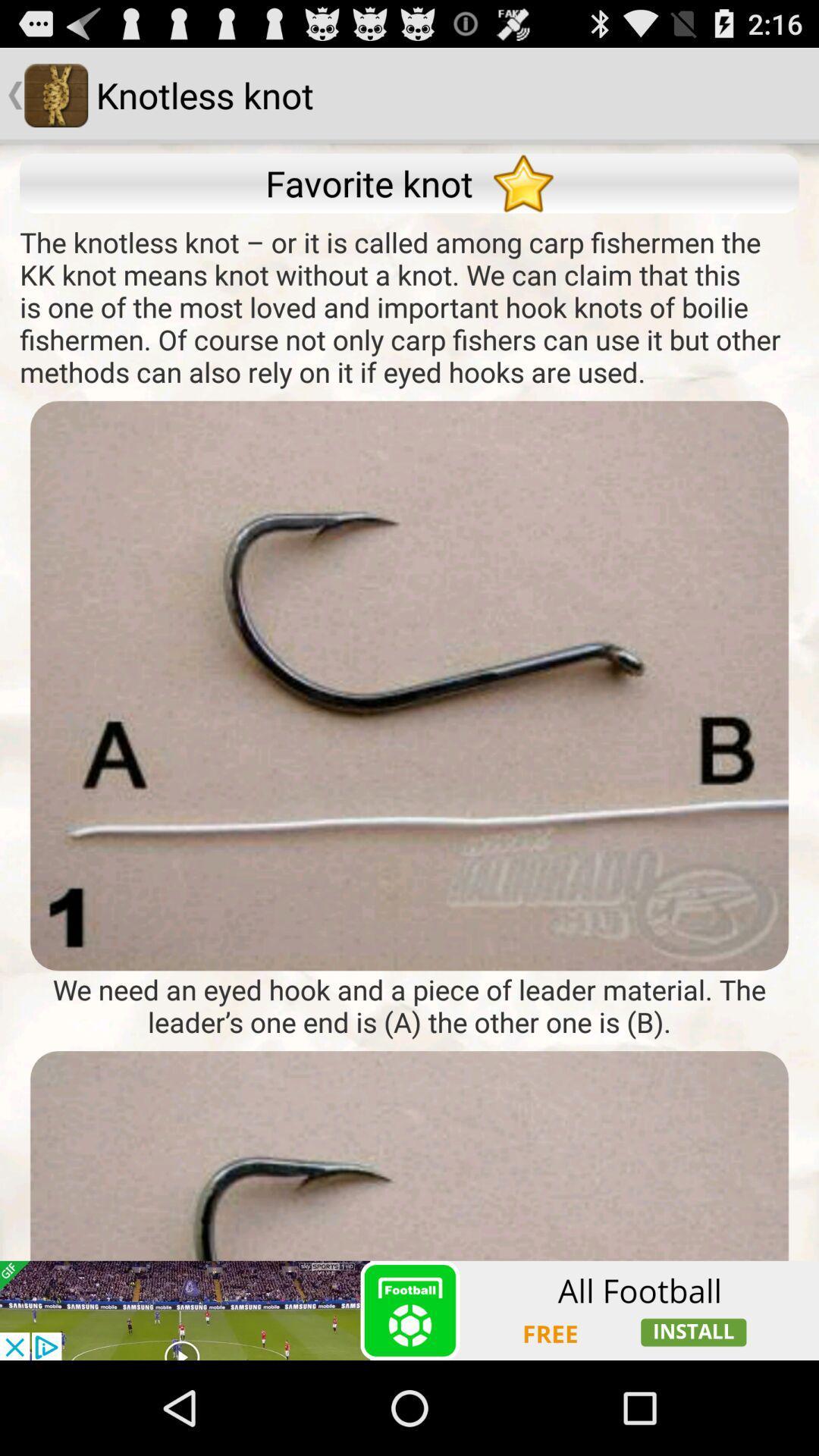 The image size is (819, 1456). What do you see at coordinates (409, 1310) in the screenshot?
I see `advertisement` at bounding box center [409, 1310].